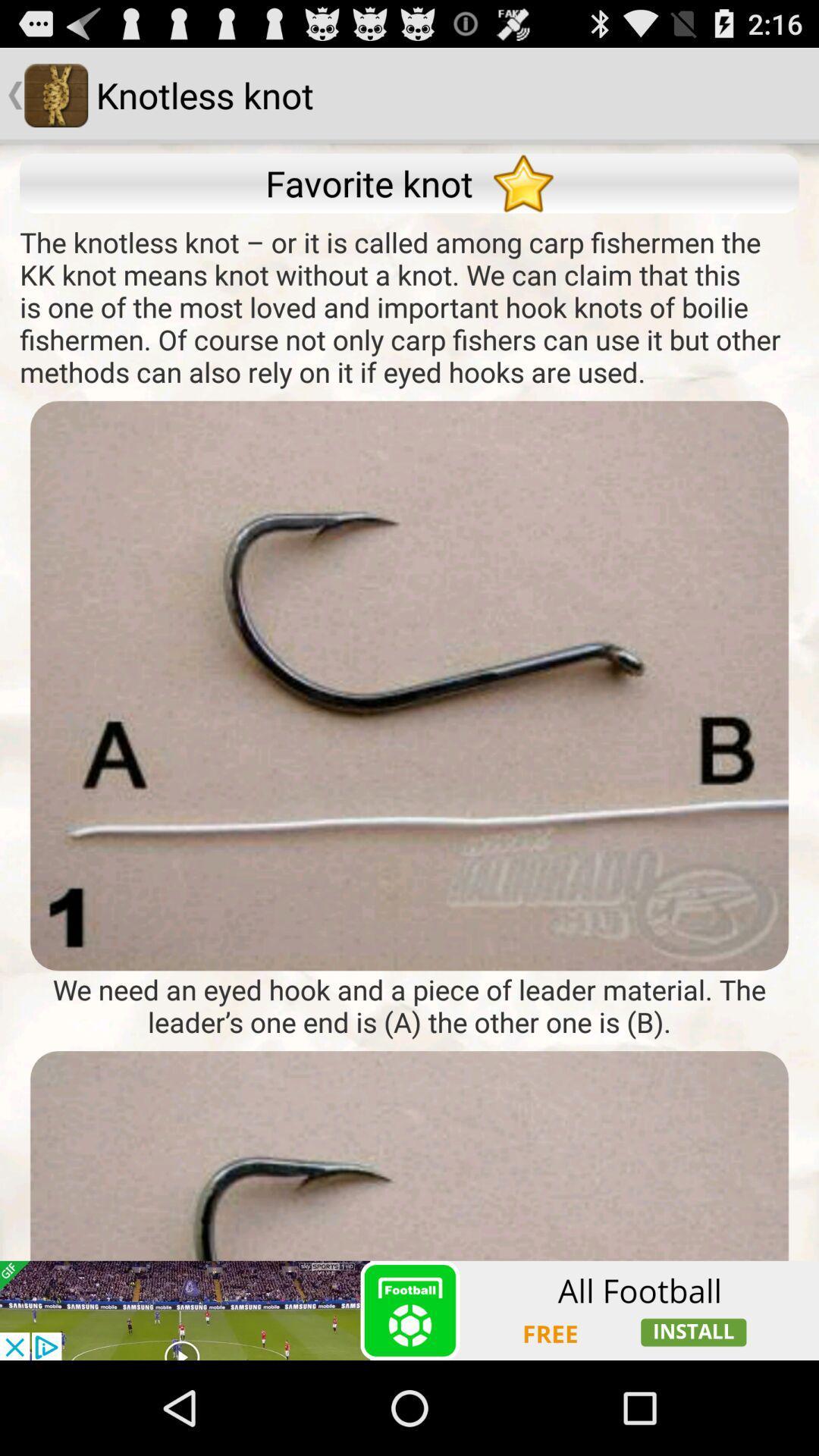 The image size is (819, 1456). What do you see at coordinates (409, 1310) in the screenshot?
I see `advertisement` at bounding box center [409, 1310].